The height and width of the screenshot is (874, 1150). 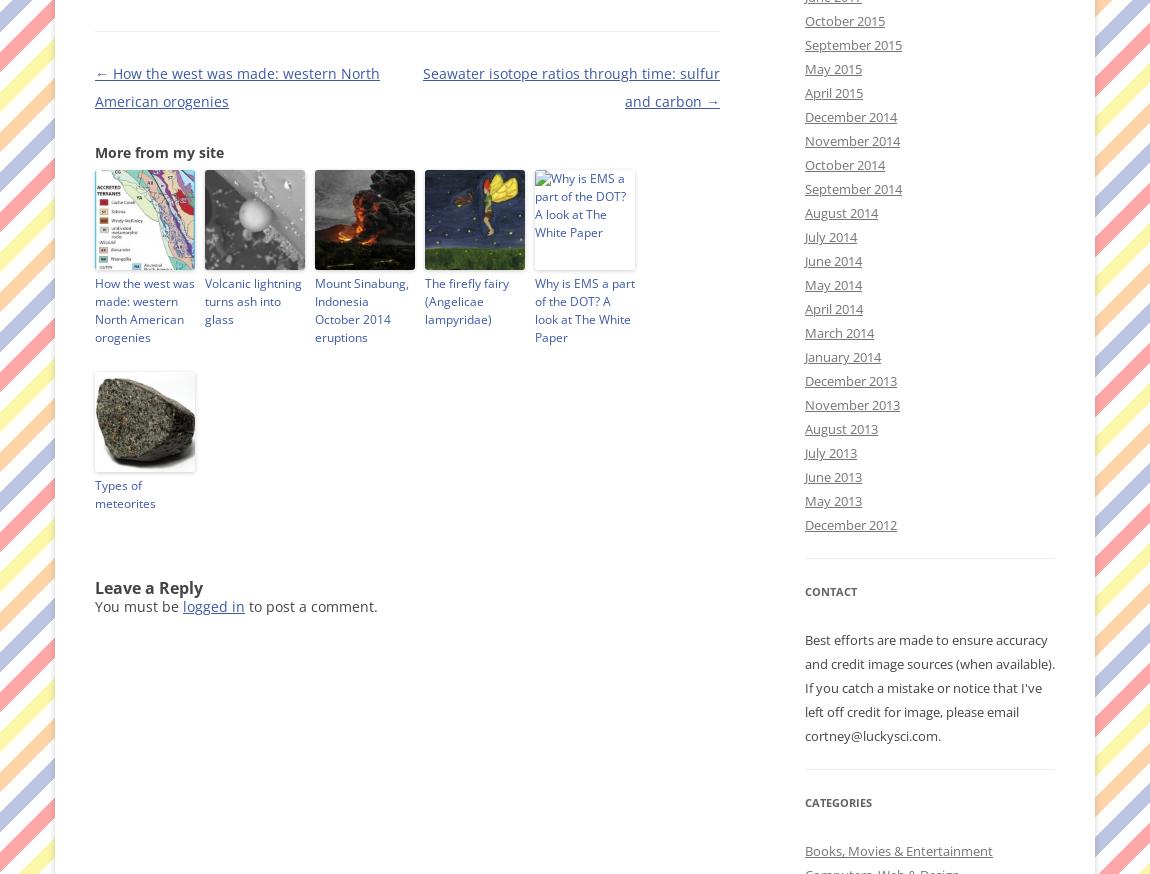 I want to click on 'logged in', so click(x=213, y=605).